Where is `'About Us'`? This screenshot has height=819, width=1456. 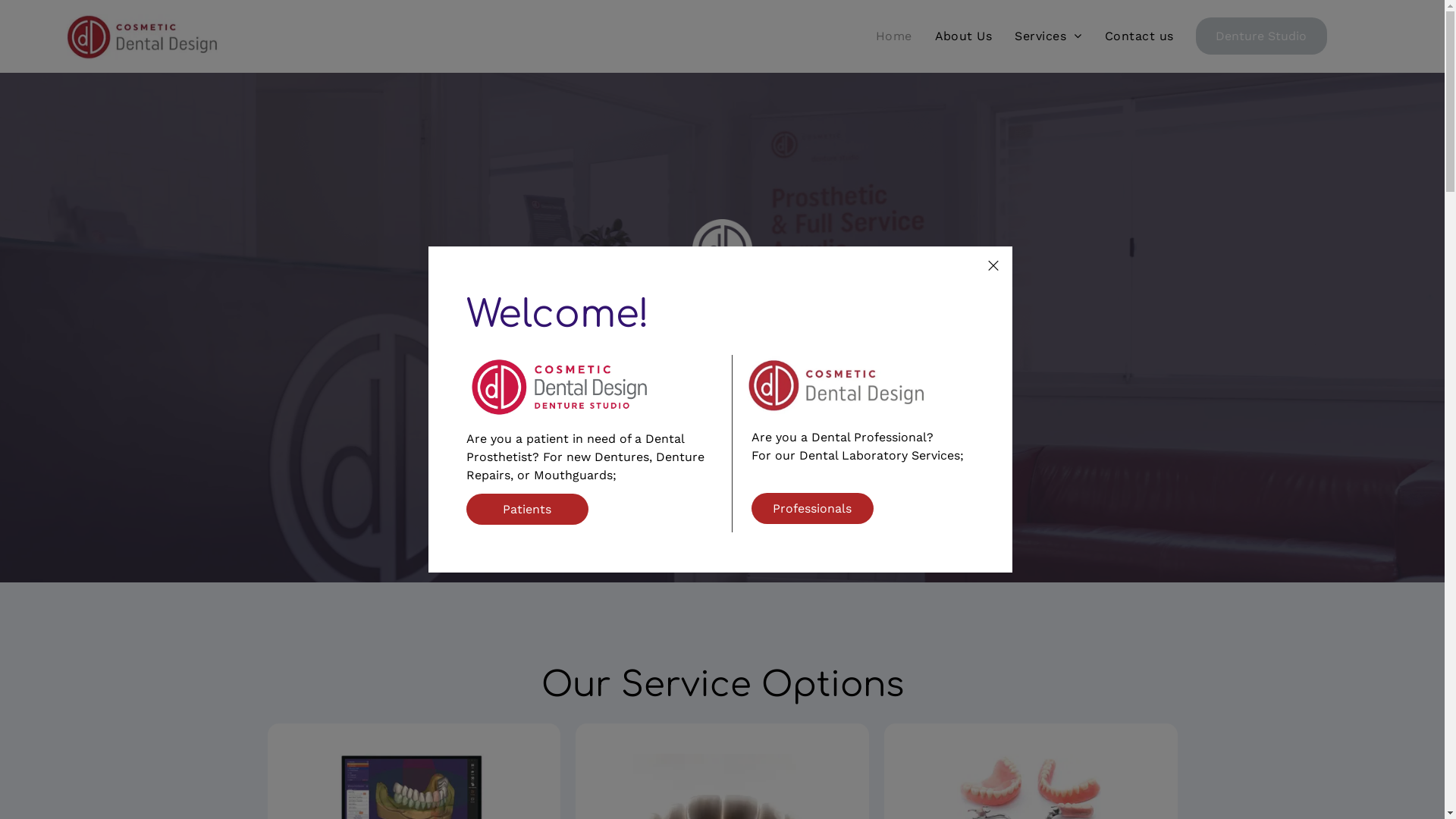
'About Us' is located at coordinates (963, 35).